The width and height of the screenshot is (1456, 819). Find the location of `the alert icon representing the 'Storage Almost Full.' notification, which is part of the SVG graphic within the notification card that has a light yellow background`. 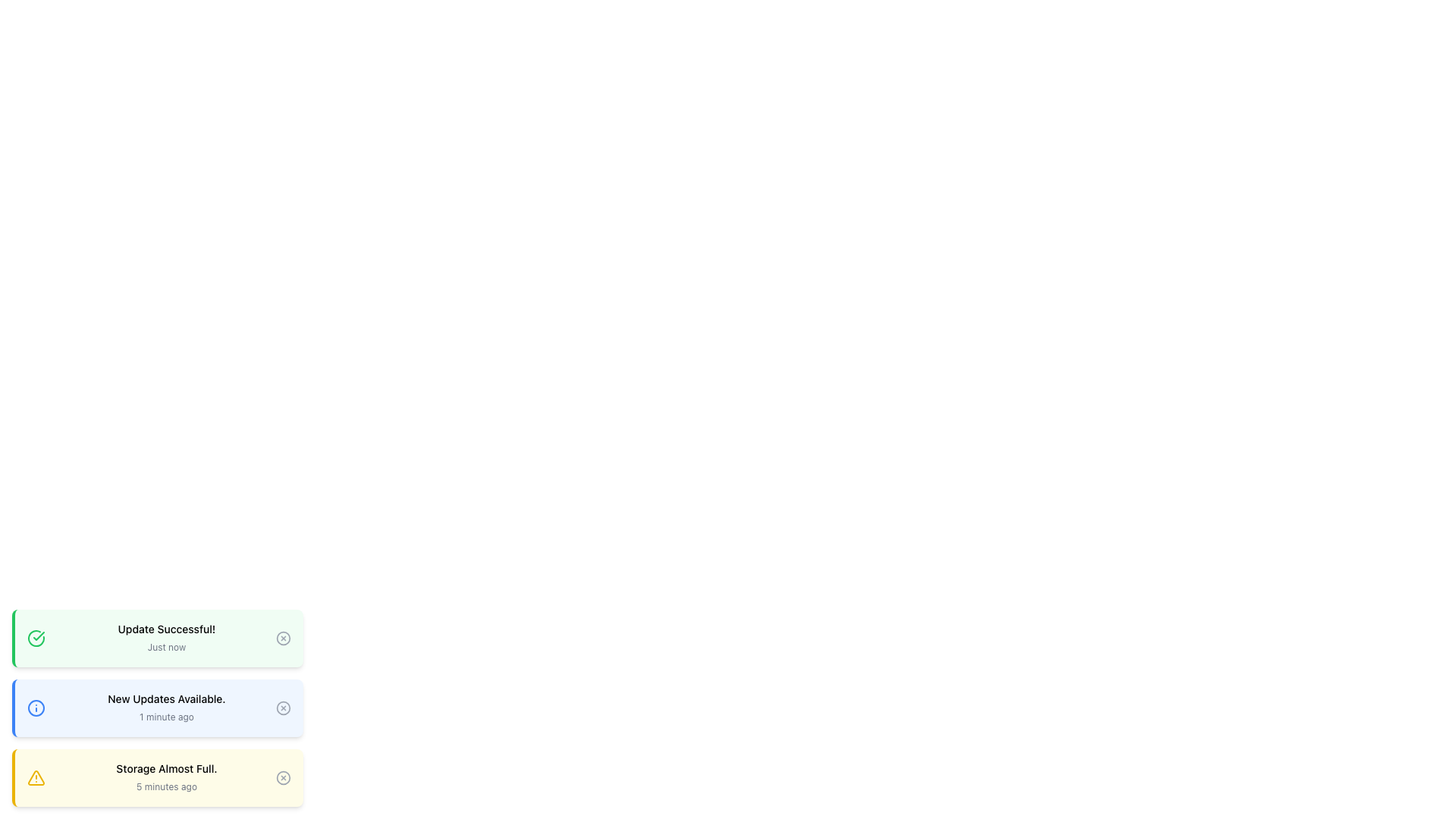

the alert icon representing the 'Storage Almost Full.' notification, which is part of the SVG graphic within the notification card that has a light yellow background is located at coordinates (36, 778).